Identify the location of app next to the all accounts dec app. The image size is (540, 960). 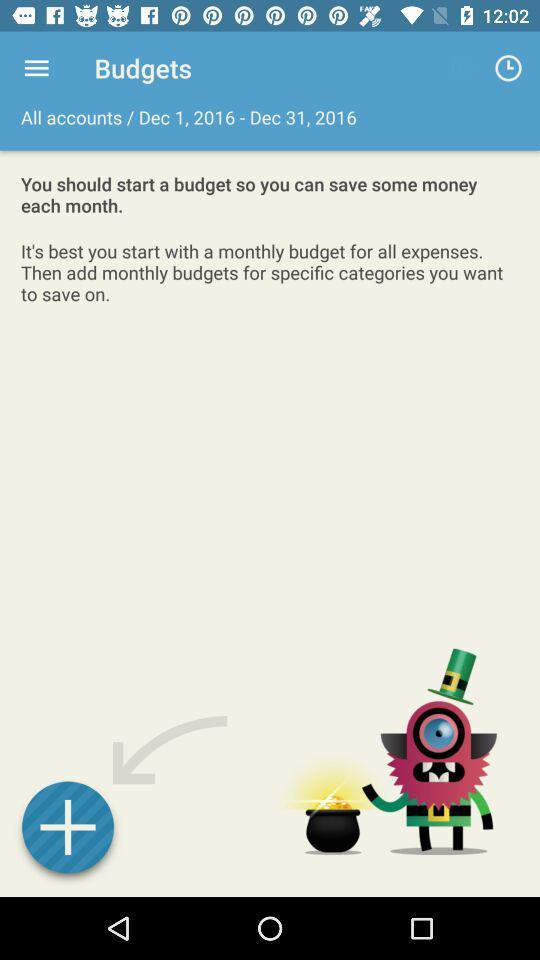
(508, 68).